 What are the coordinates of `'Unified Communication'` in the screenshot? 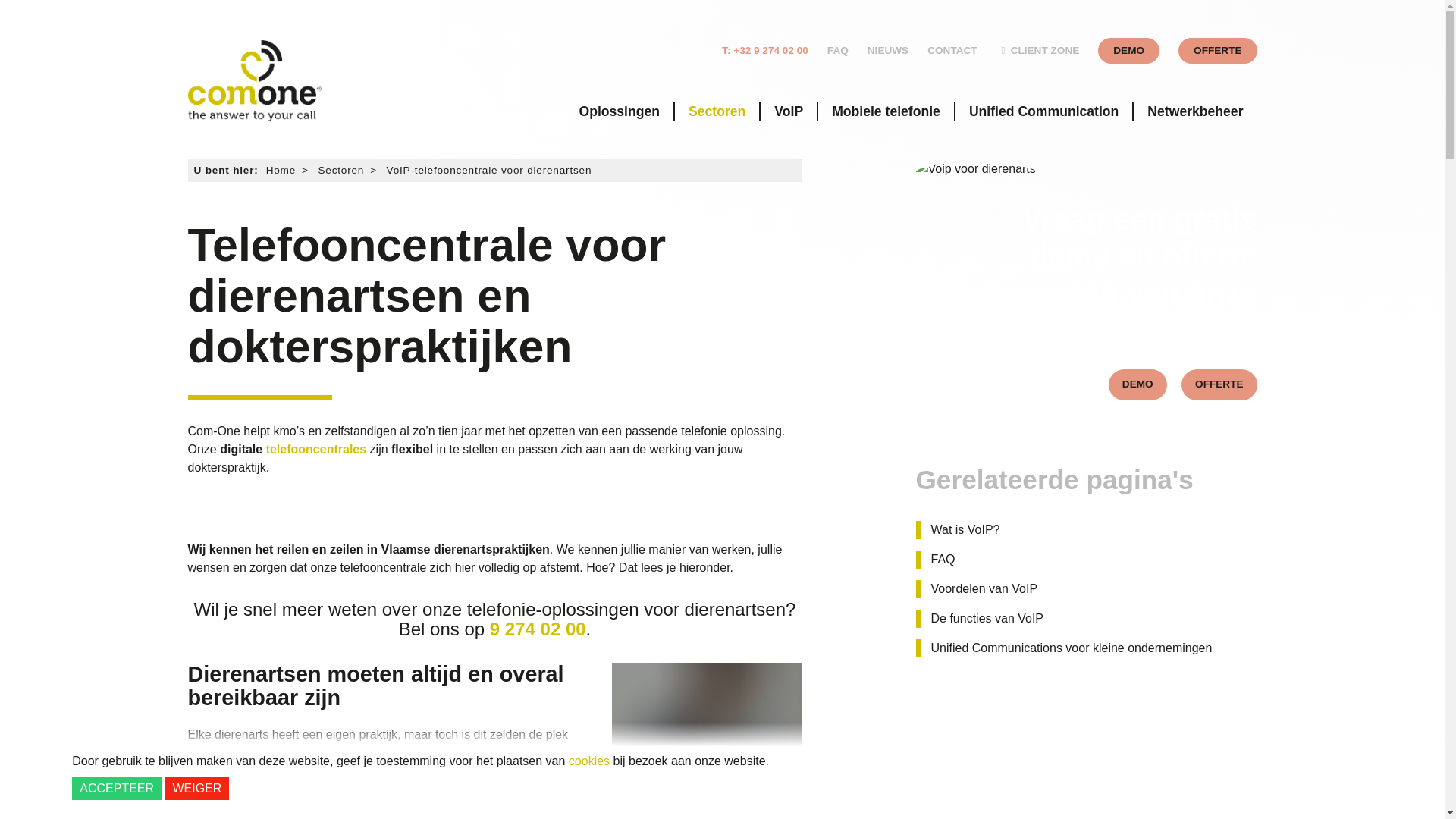 It's located at (1043, 110).